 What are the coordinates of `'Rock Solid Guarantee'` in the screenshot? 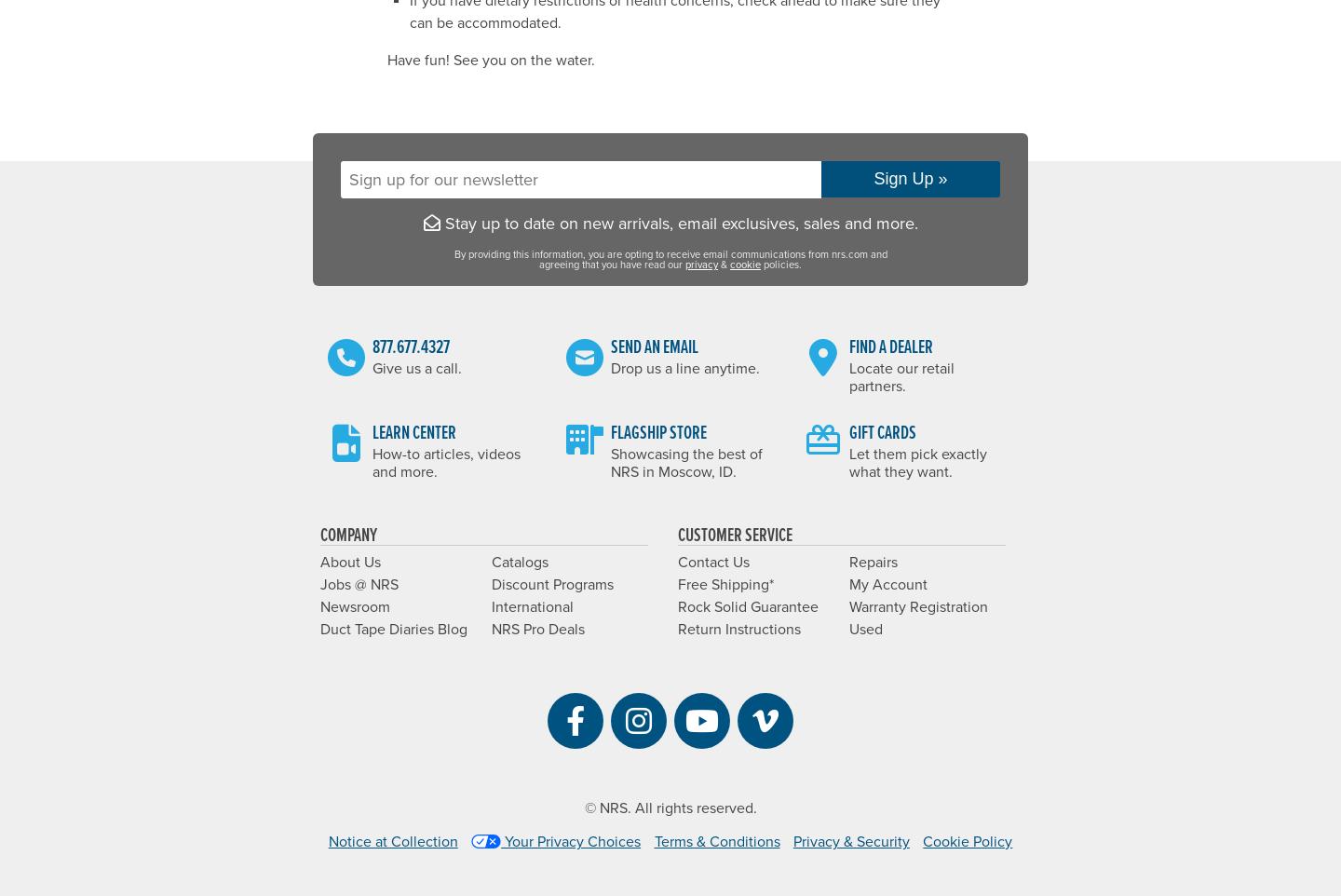 It's located at (748, 607).